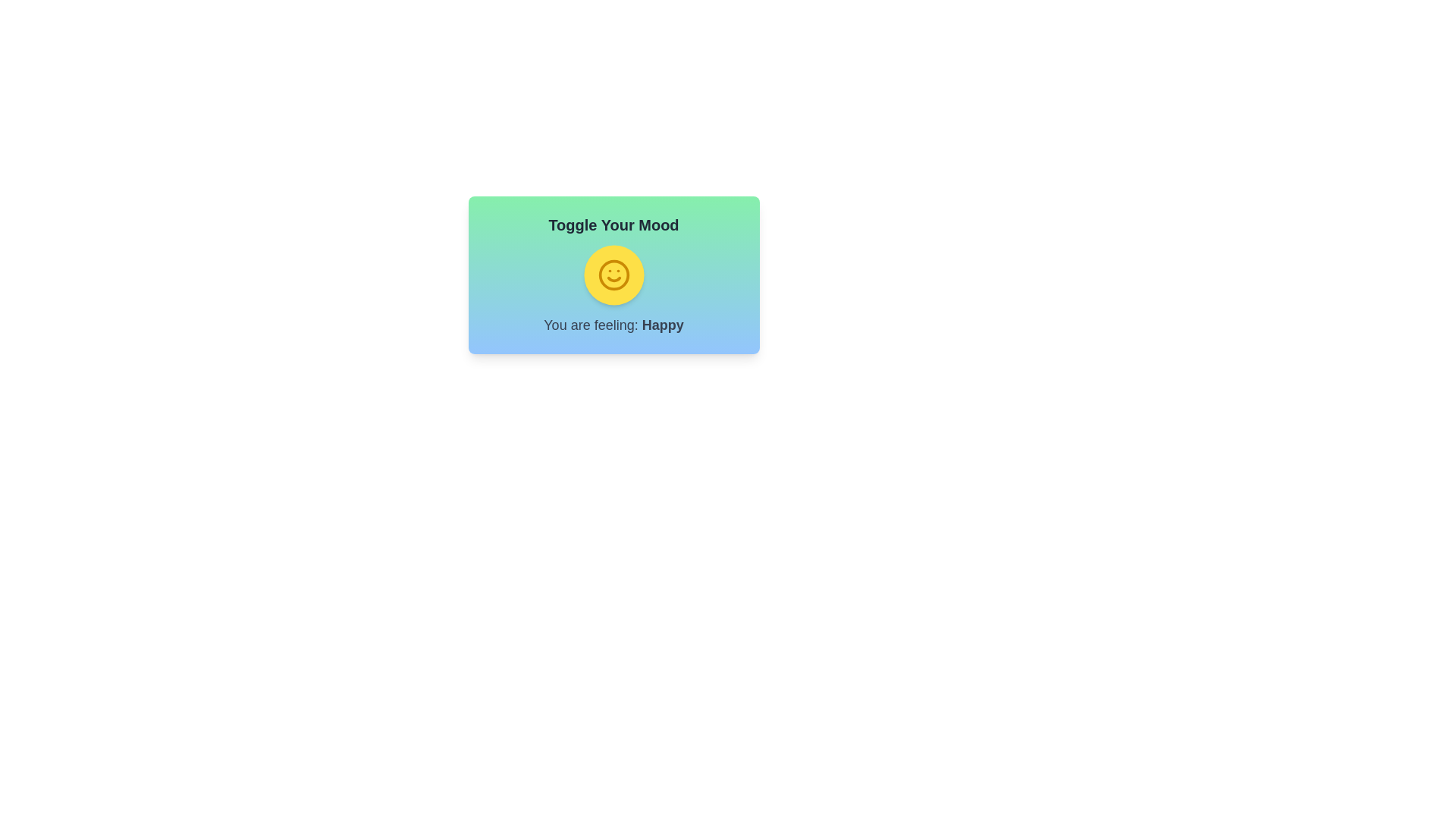 The height and width of the screenshot is (819, 1456). Describe the element at coordinates (613, 275) in the screenshot. I see `the mood toggle button` at that location.